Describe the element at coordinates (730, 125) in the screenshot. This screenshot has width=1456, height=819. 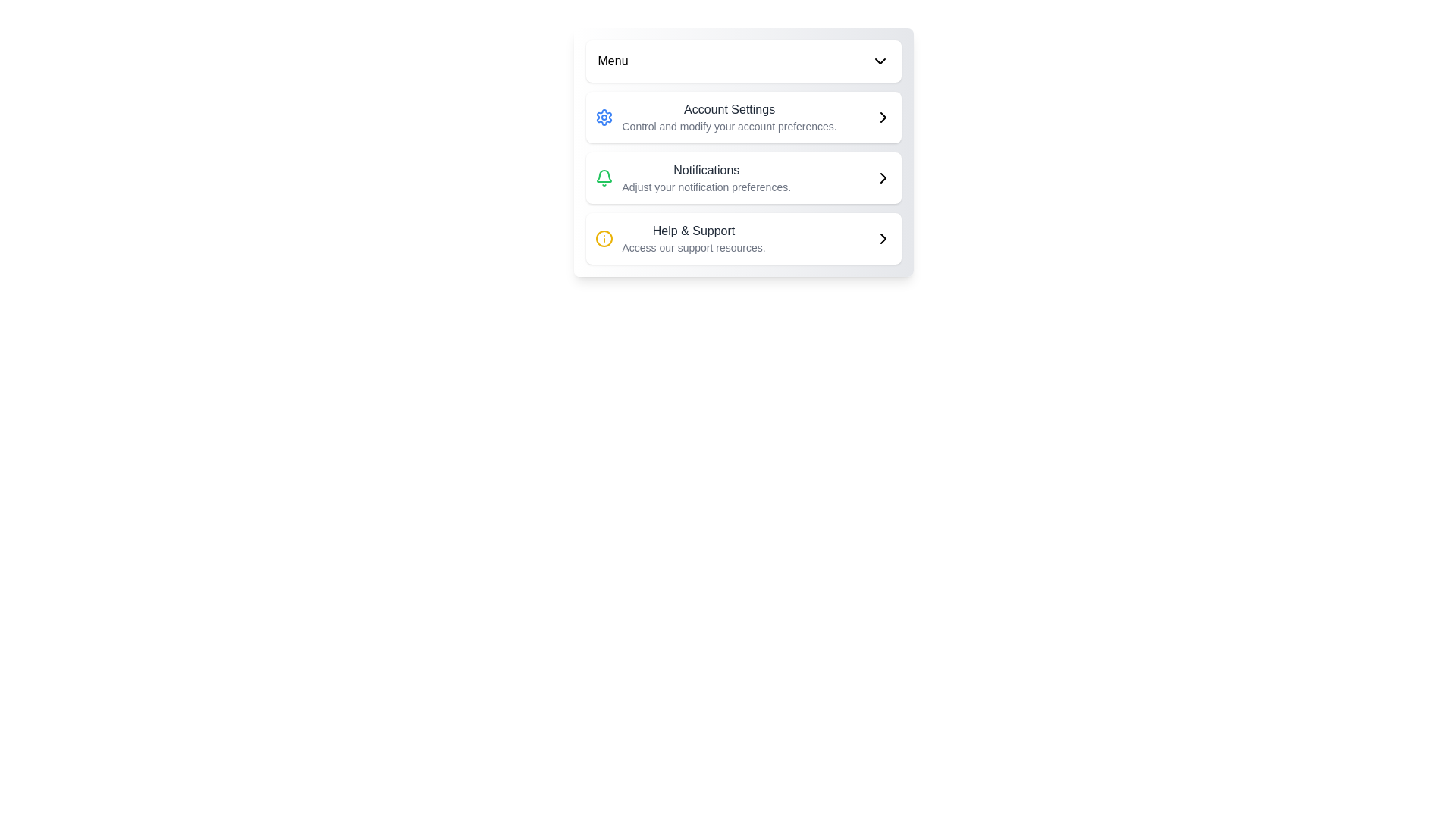
I see `the Informational Text element that provides additional explanatory information about the 'Account Settings' section, located directly below the 'Account Settings' text` at that location.